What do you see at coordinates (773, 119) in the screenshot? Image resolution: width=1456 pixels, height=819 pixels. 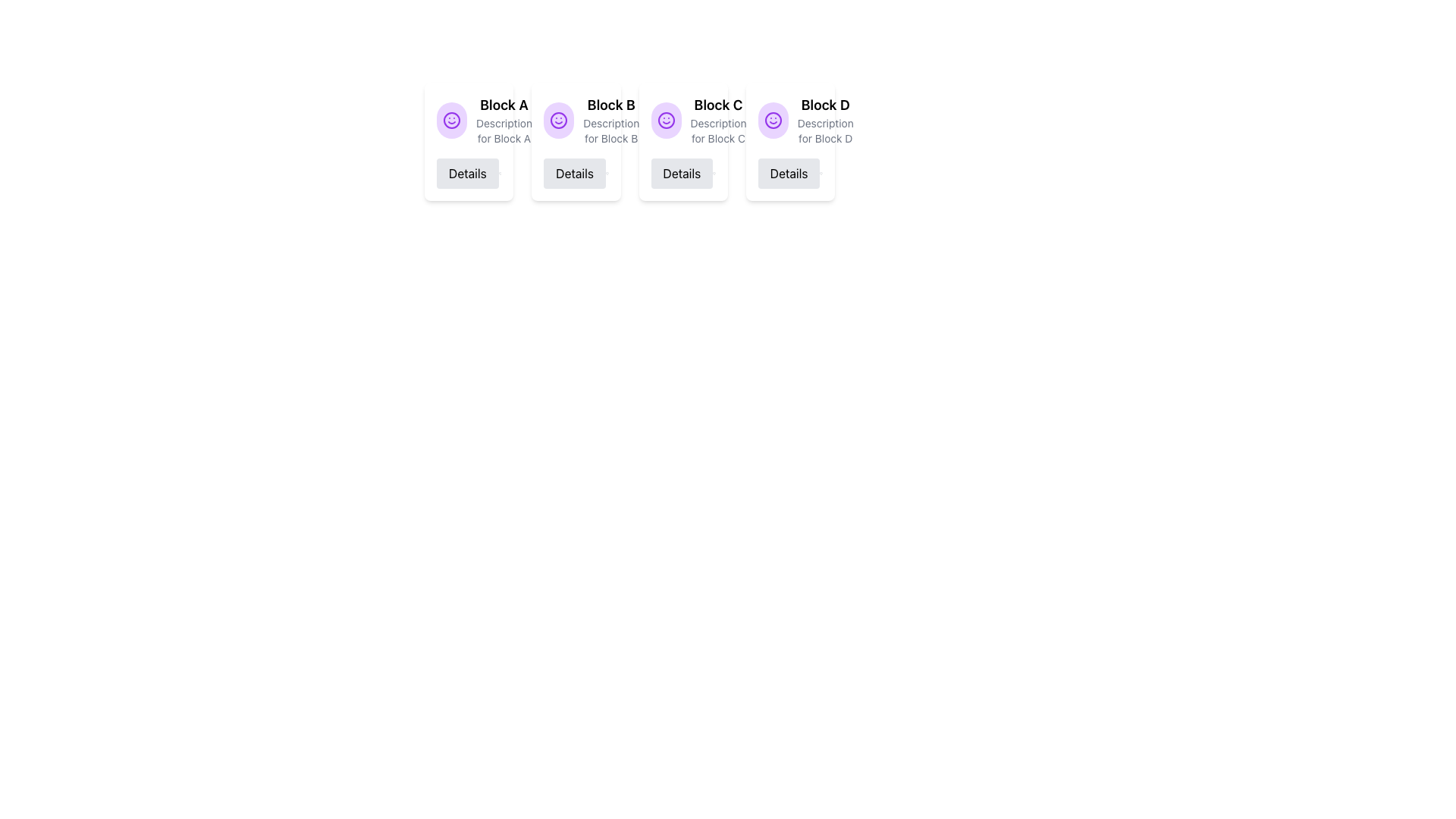 I see `the purple circular icon button with a smiling face located in the 'Block D' card, positioned above the 'Details' button and to the left of the text 'Block DDescription for Block D'` at bounding box center [773, 119].